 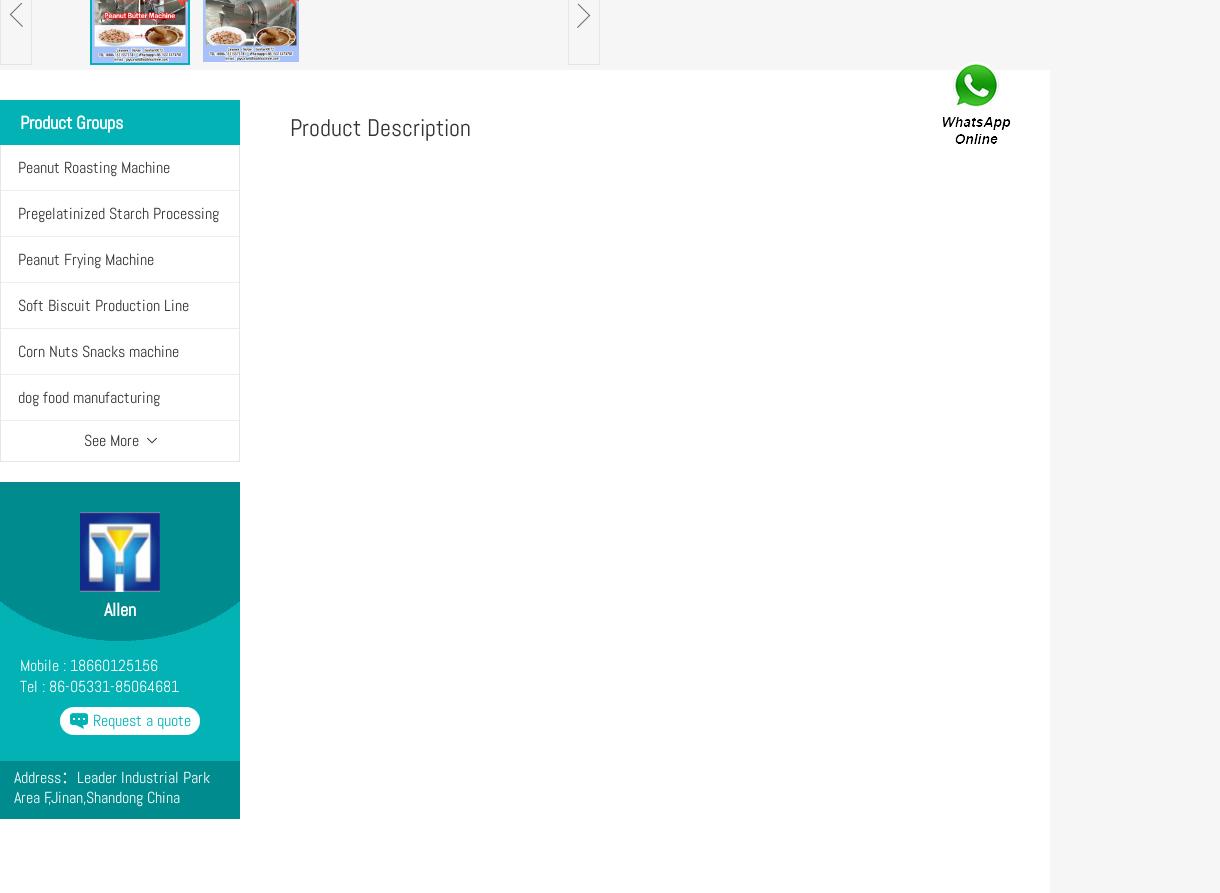 What do you see at coordinates (141, 720) in the screenshot?
I see `'Request a quote'` at bounding box center [141, 720].